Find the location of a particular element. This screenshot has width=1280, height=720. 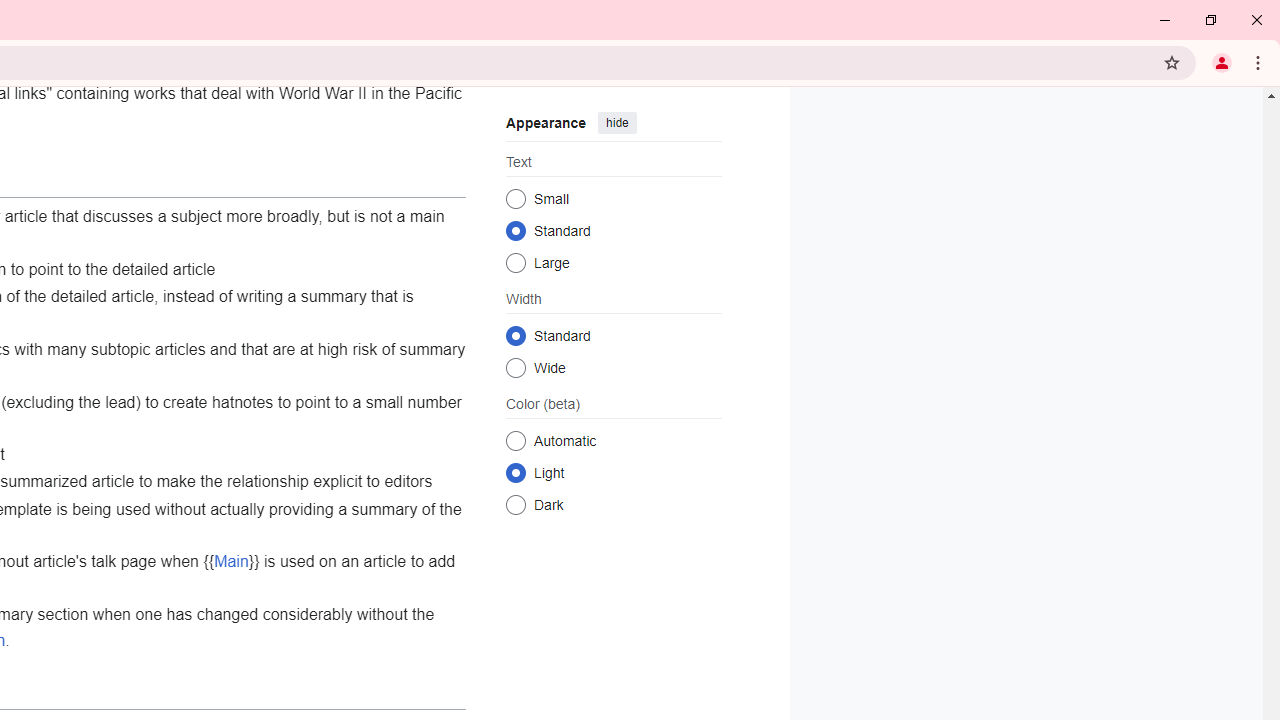

'Small' is located at coordinates (515, 198).